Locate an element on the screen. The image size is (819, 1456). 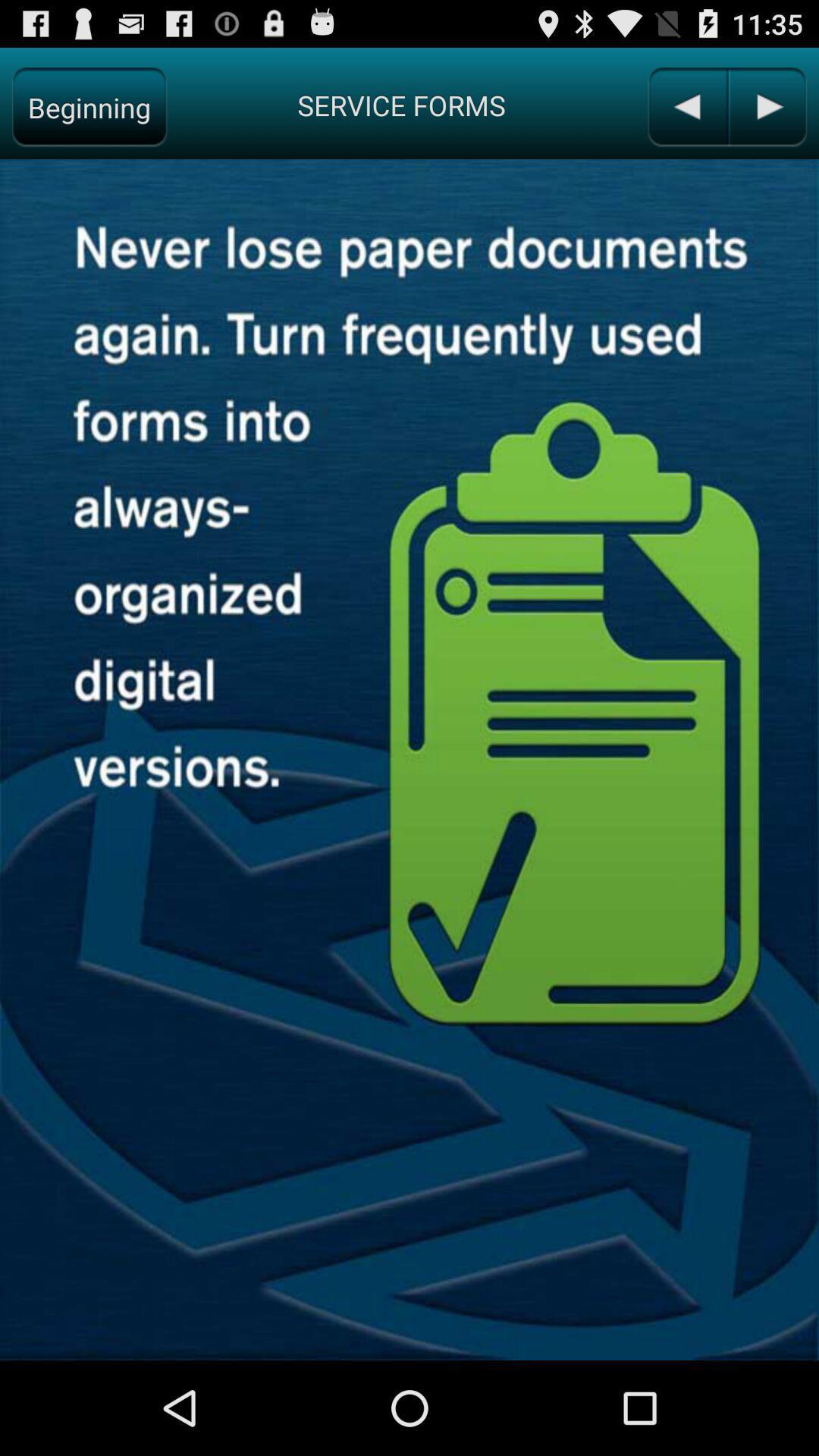
previous is located at coordinates (767, 106).